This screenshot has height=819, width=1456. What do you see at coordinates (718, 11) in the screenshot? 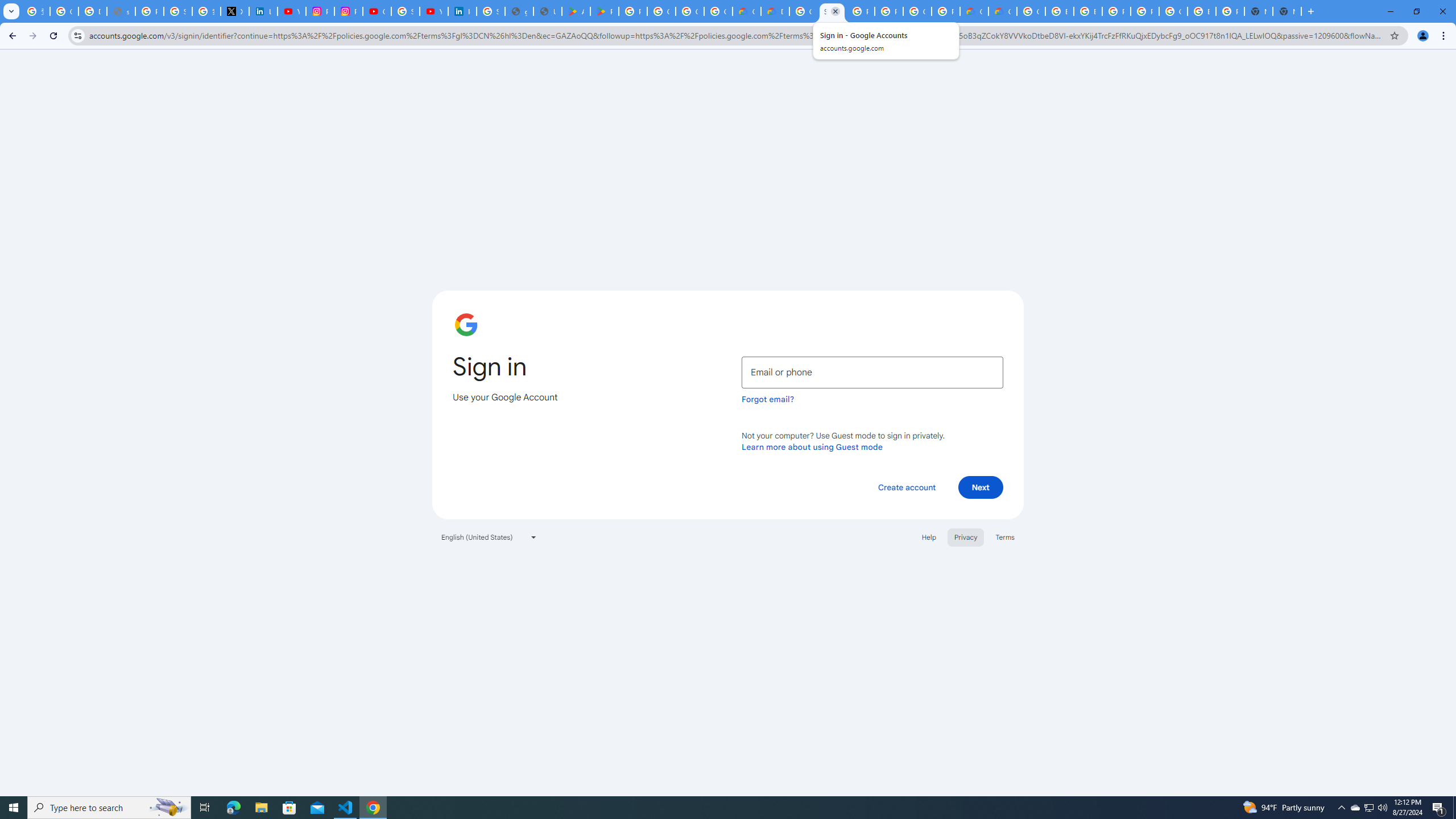
I see `'Google Workspace - Specific Terms'` at bounding box center [718, 11].